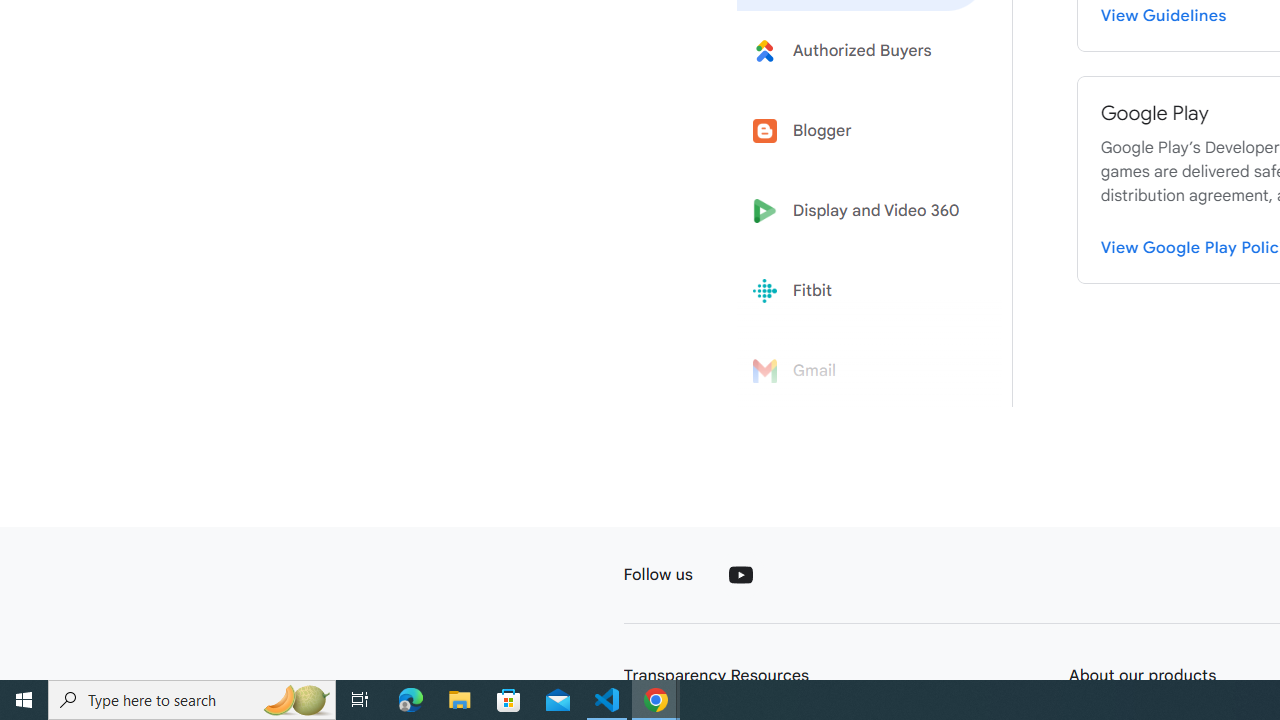 This screenshot has height=720, width=1280. Describe the element at coordinates (862, 49) in the screenshot. I see `'Learn more about Authorized Buyers'` at that location.